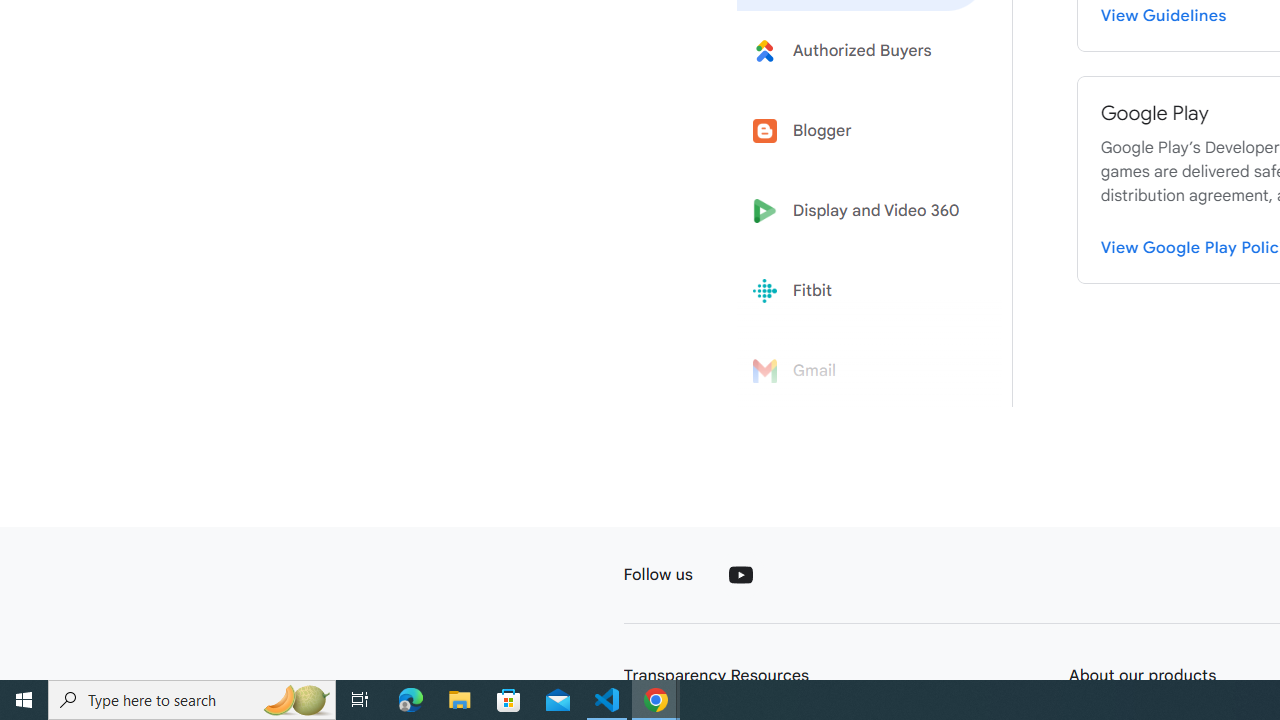 This screenshot has height=720, width=1280. Describe the element at coordinates (862, 49) in the screenshot. I see `'Learn more about Authorized Buyers'` at that location.